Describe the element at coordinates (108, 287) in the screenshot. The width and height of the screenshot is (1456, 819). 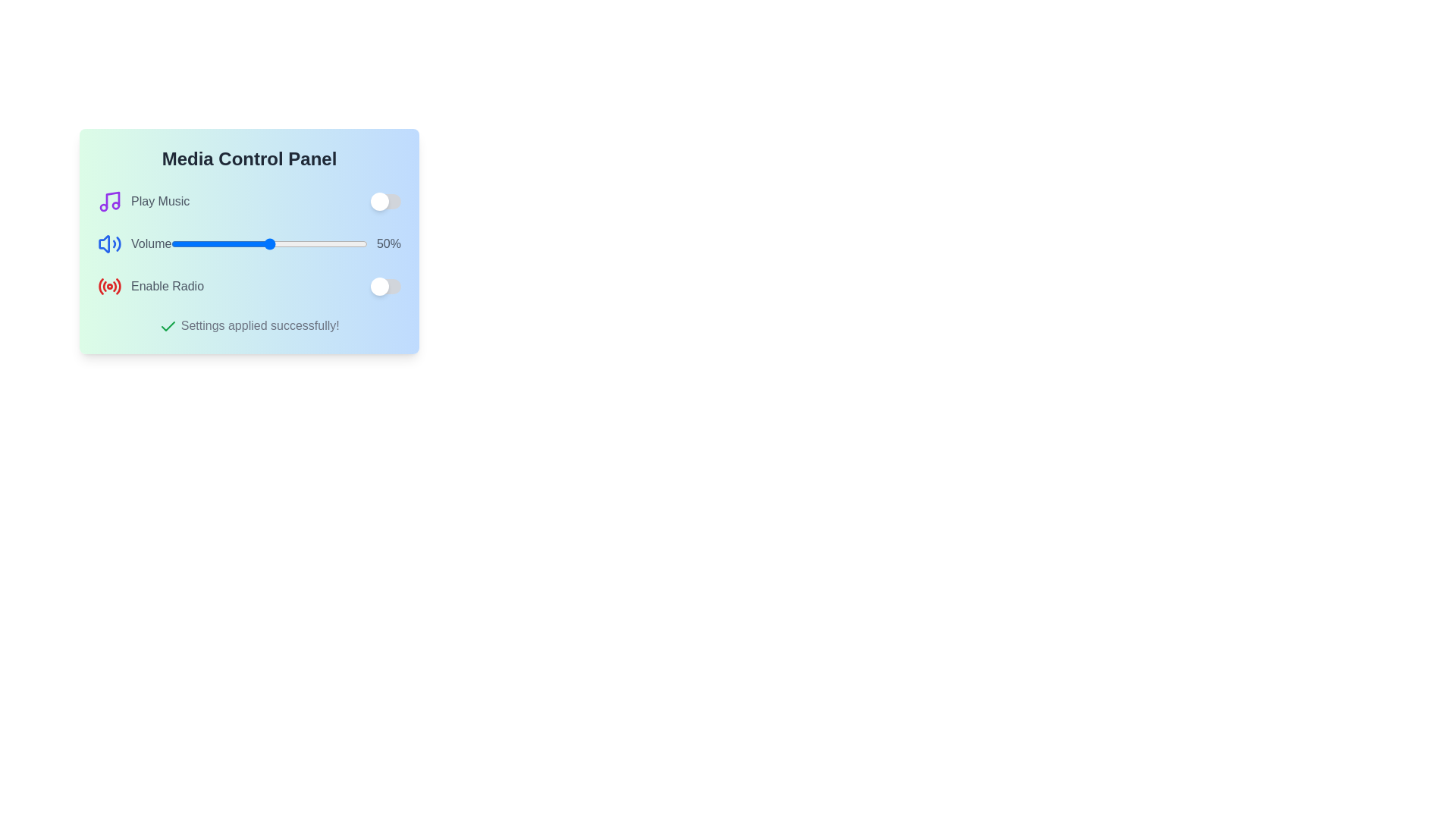
I see `the icon representing the enabling functionality of the radio feature in the 'Enable Radio' section of the Media Control Panel, located to the left of the 'Enable Radio' label` at that location.